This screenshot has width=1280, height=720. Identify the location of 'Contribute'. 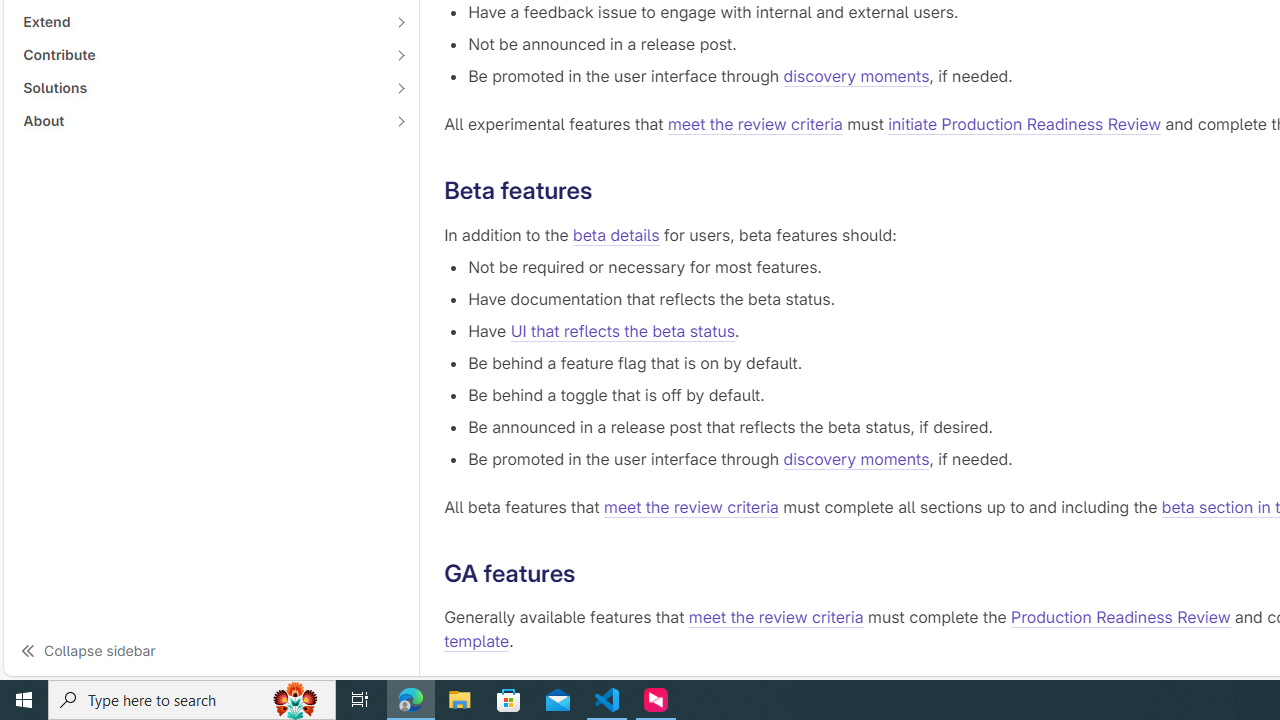
(200, 54).